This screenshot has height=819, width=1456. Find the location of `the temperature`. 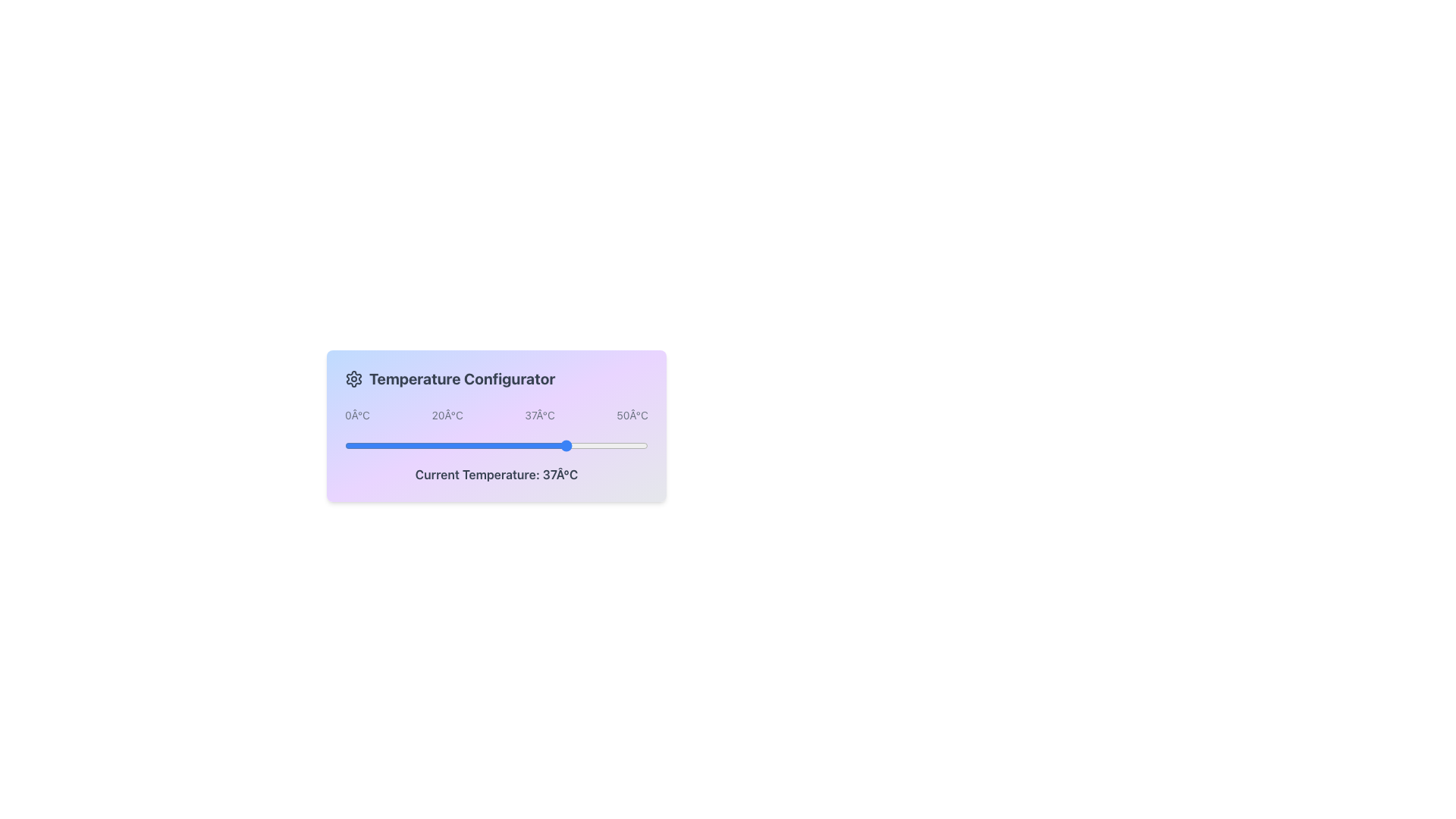

the temperature is located at coordinates (362, 444).